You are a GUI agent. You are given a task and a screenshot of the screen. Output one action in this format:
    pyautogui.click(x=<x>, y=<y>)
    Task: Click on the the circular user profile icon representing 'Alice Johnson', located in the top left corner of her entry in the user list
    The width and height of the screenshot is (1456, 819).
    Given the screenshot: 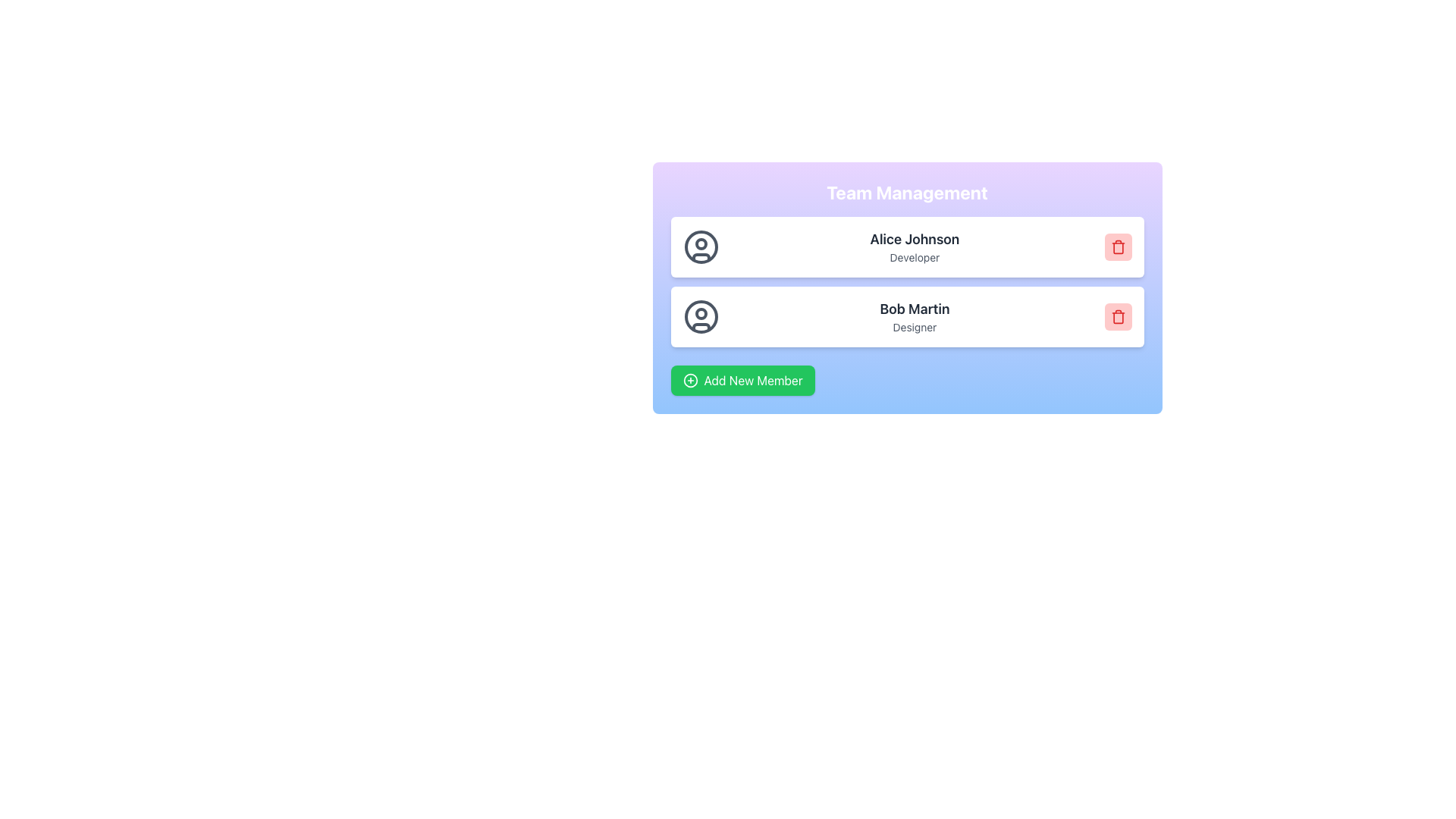 What is the action you would take?
    pyautogui.click(x=700, y=246)
    